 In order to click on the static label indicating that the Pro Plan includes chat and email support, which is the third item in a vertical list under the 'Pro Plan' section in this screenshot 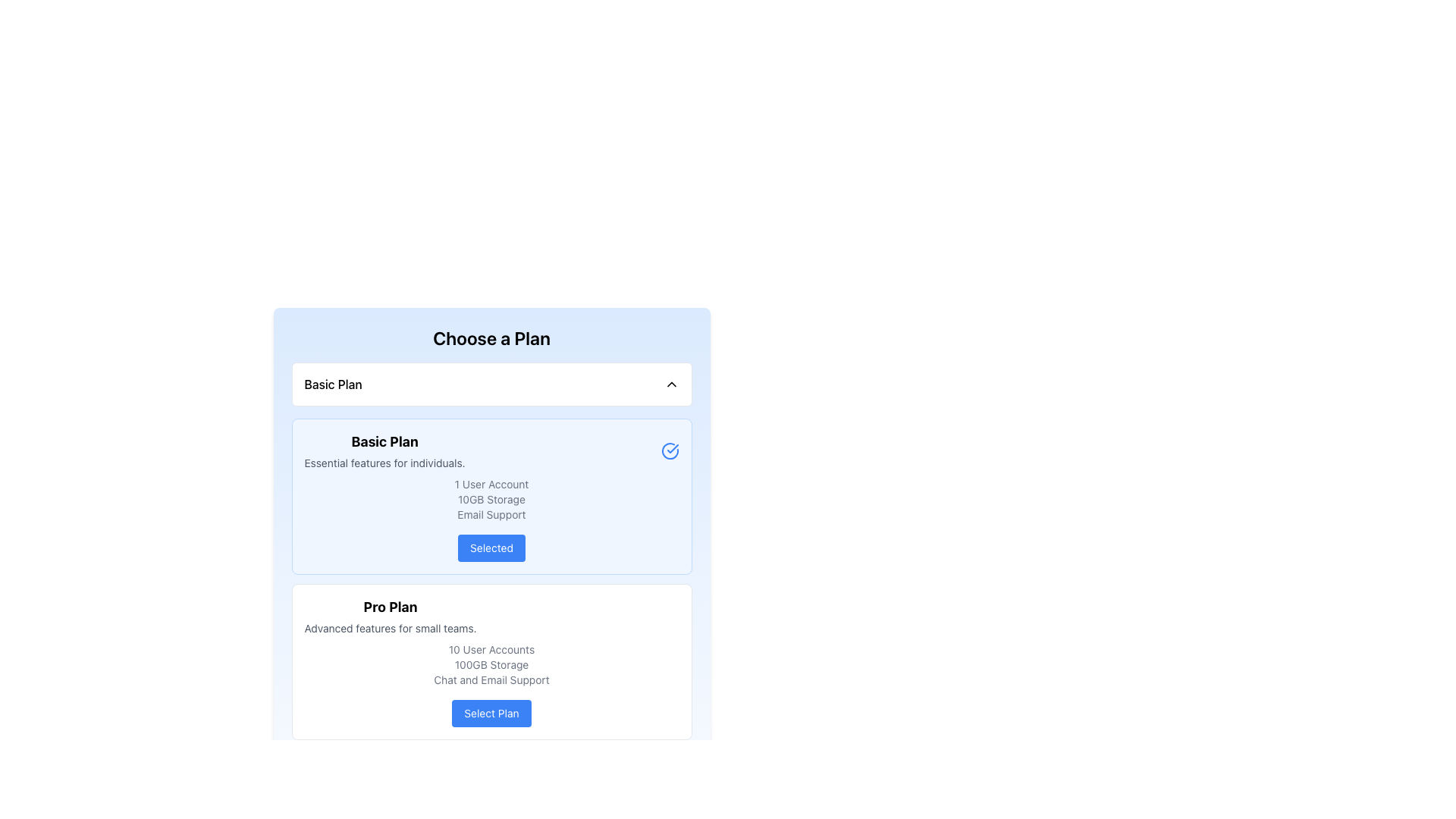, I will do `click(491, 679)`.